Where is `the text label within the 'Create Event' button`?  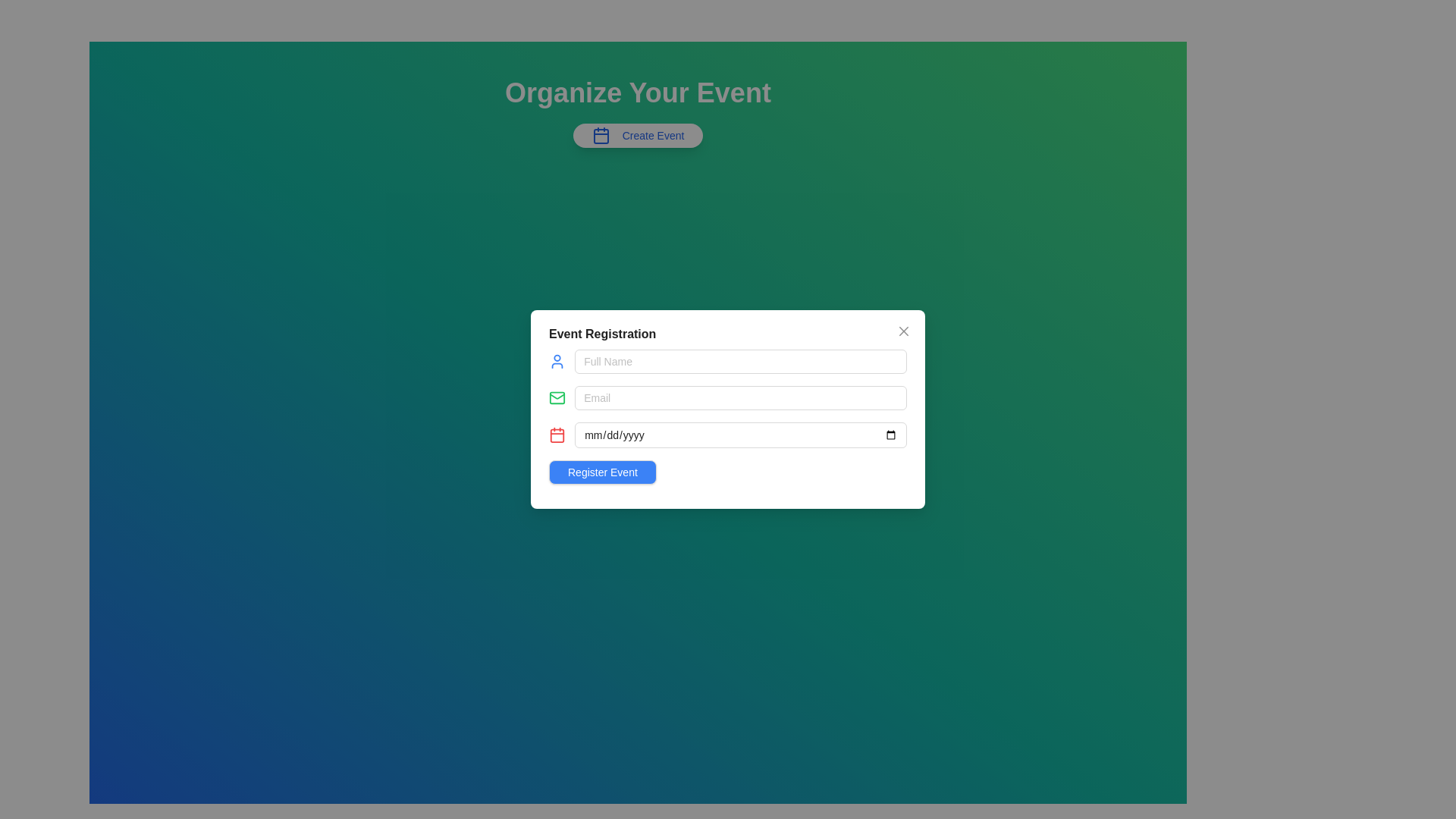 the text label within the 'Create Event' button is located at coordinates (653, 134).